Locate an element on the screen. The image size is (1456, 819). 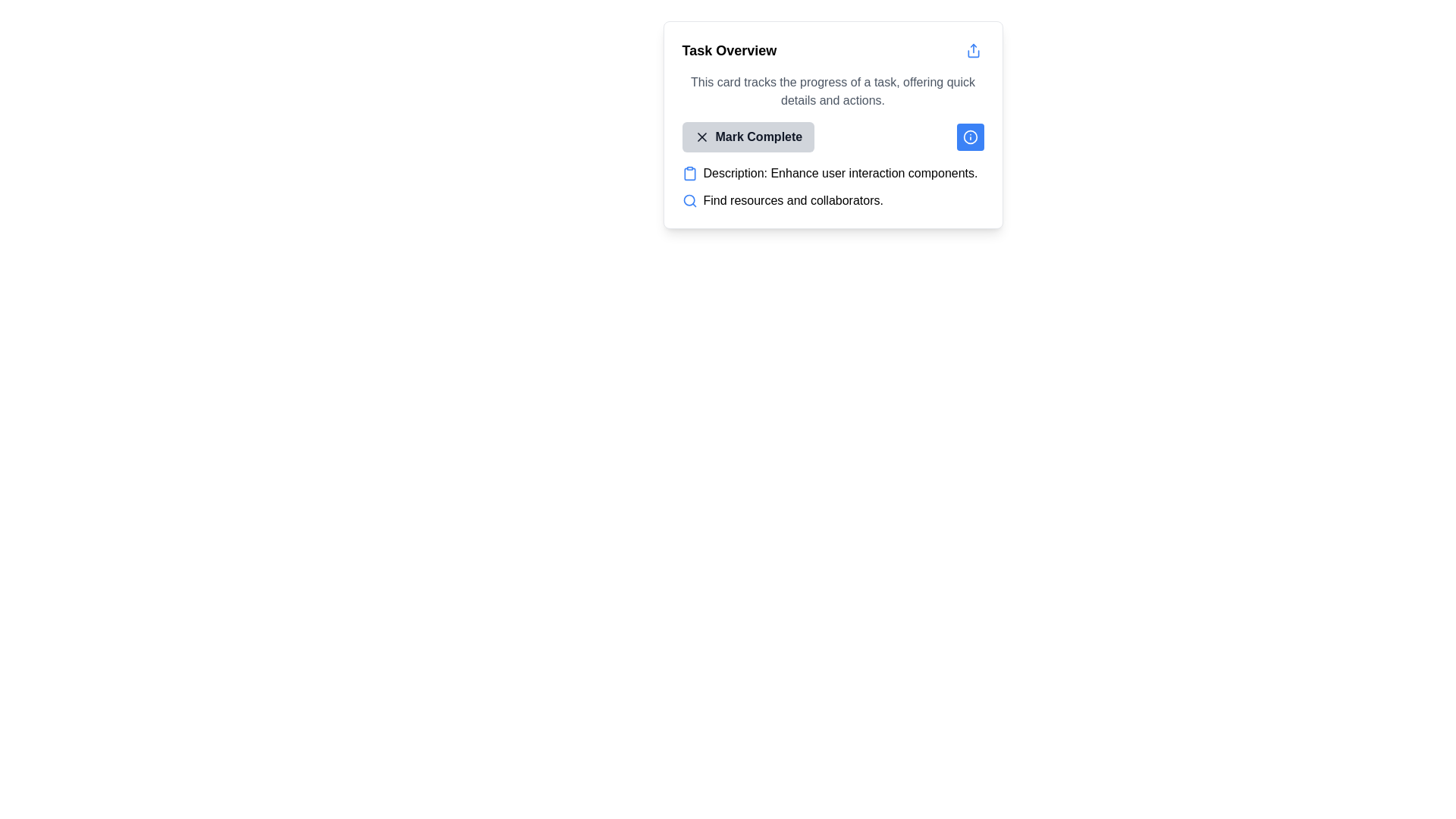
the 'Mark Complete' button with a light gray background and black text is located at coordinates (748, 137).